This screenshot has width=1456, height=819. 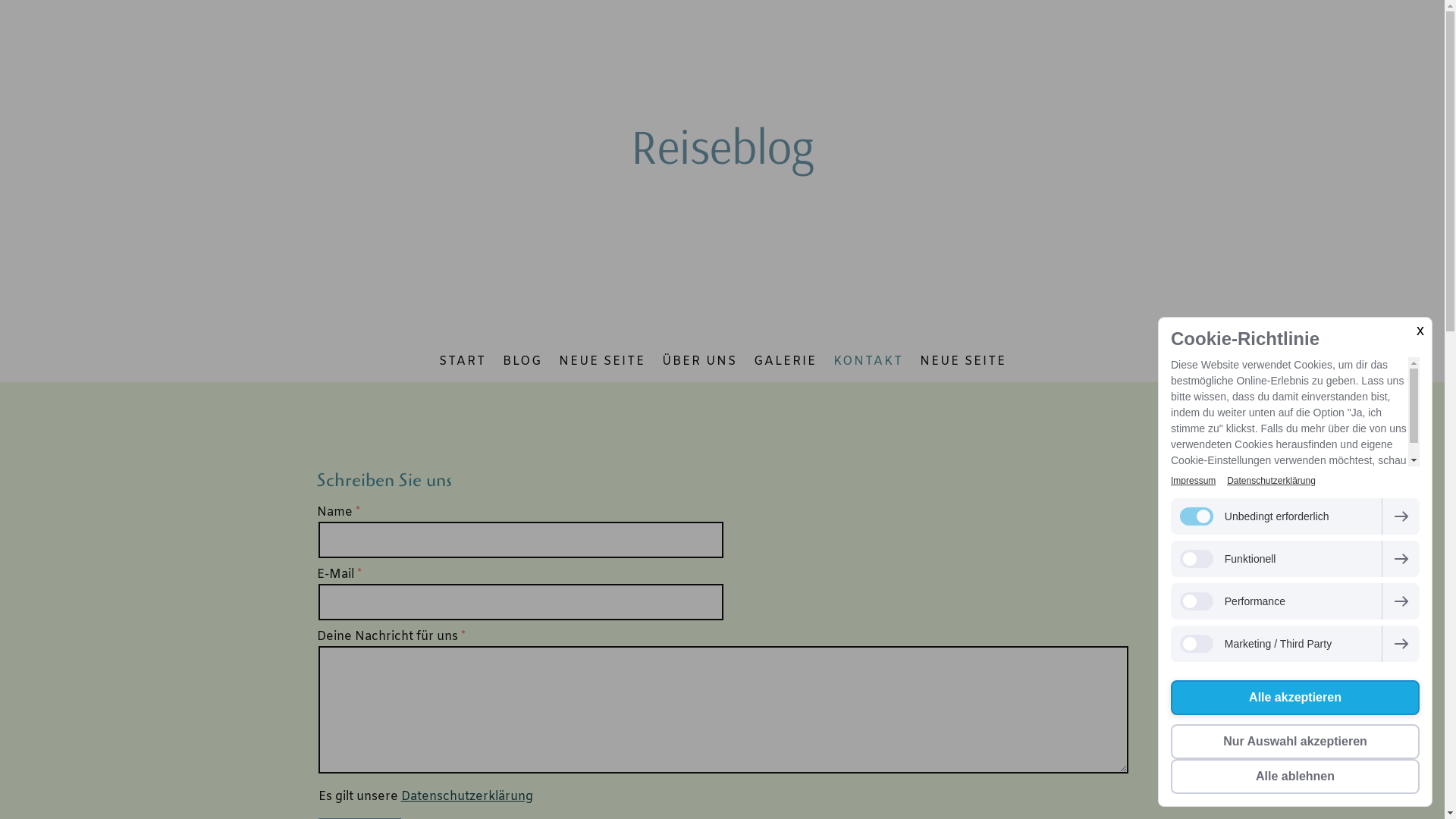 What do you see at coordinates (784, 362) in the screenshot?
I see `'GALERIE'` at bounding box center [784, 362].